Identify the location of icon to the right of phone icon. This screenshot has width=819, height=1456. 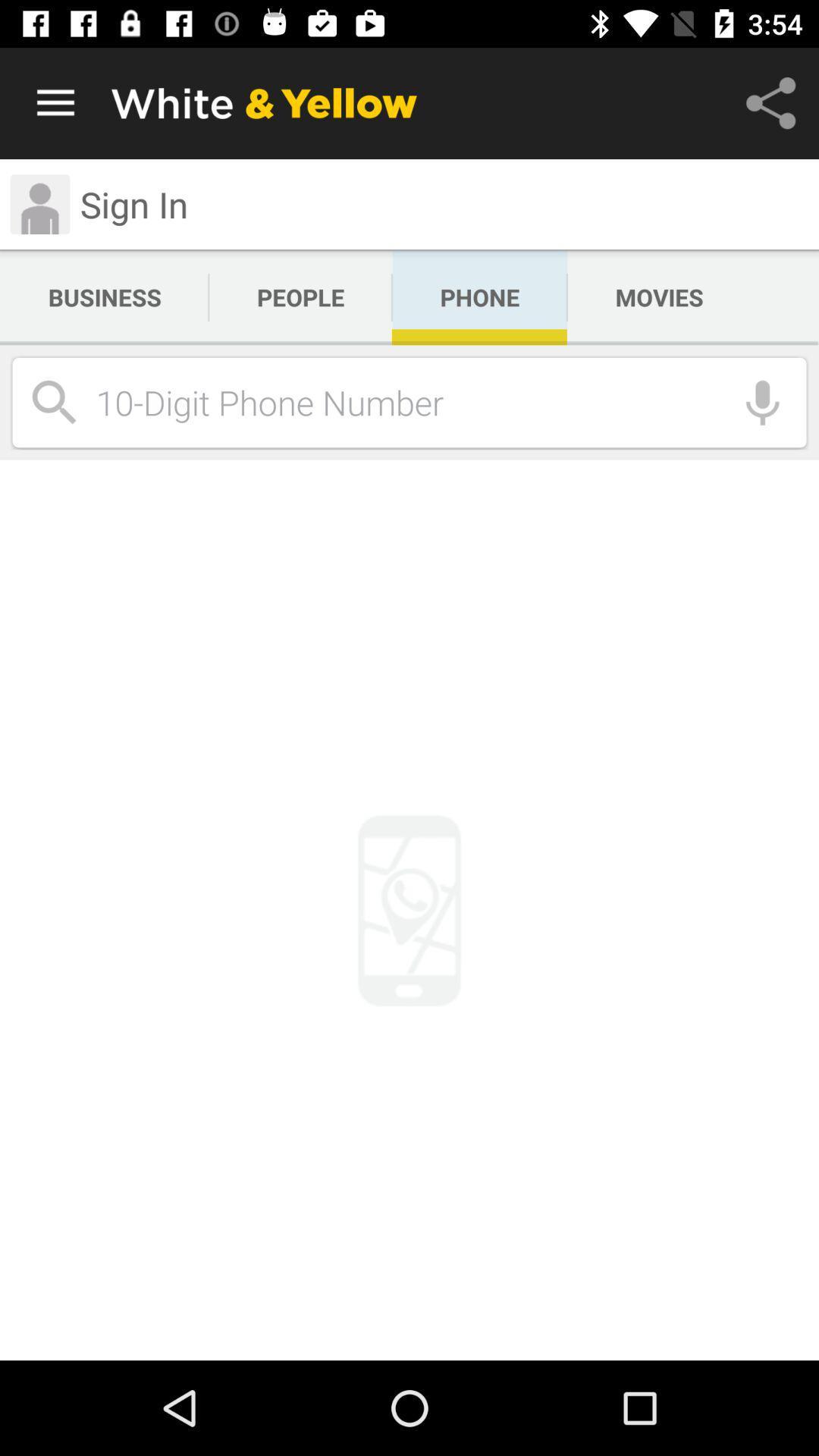
(658, 297).